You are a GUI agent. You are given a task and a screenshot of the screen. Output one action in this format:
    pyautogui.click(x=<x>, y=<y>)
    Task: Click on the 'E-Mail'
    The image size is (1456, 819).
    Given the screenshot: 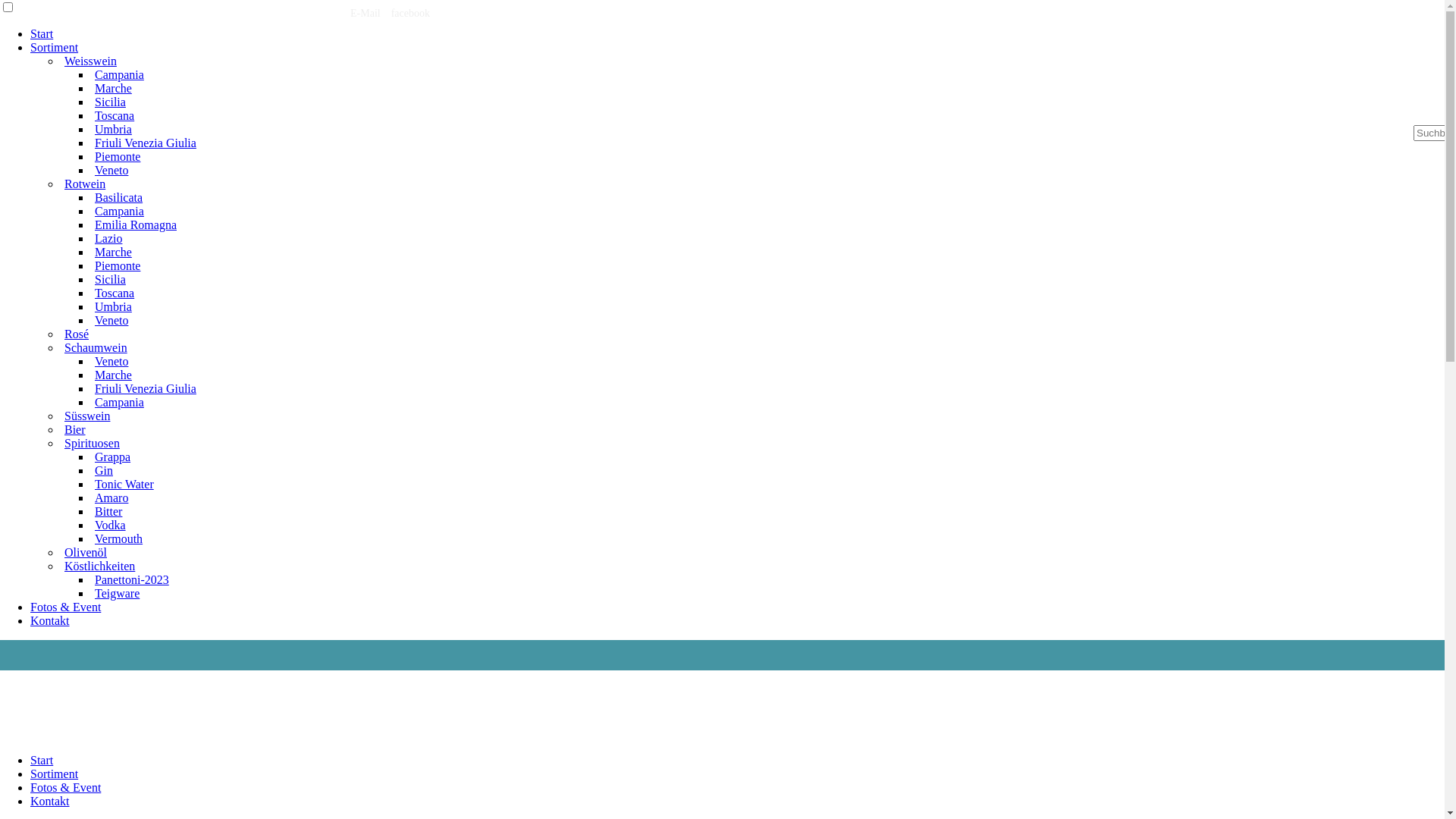 What is the action you would take?
    pyautogui.click(x=365, y=13)
    